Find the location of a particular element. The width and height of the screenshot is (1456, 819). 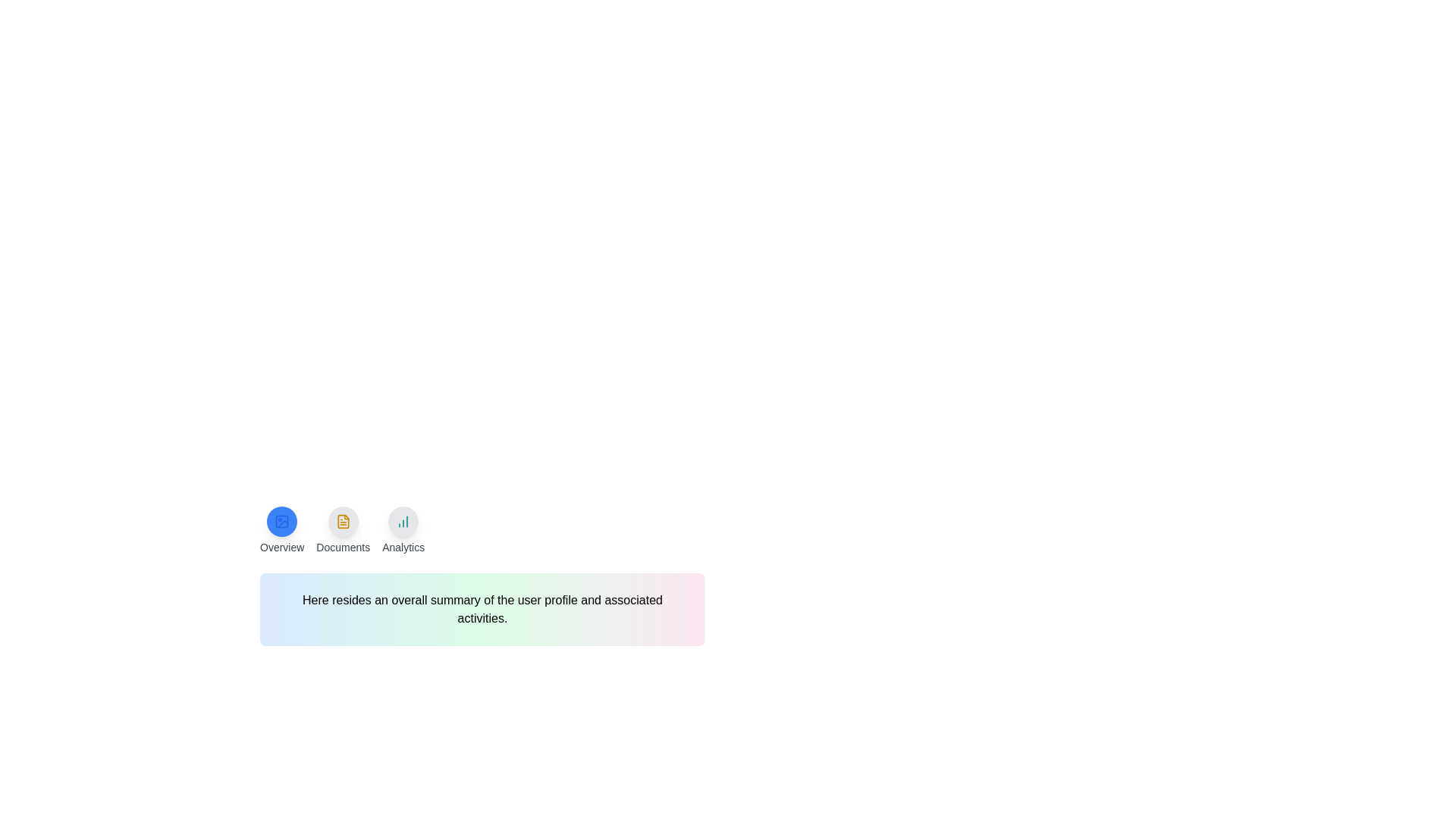

the 'Documents' button located in the middle of the navigation items is located at coordinates (342, 529).